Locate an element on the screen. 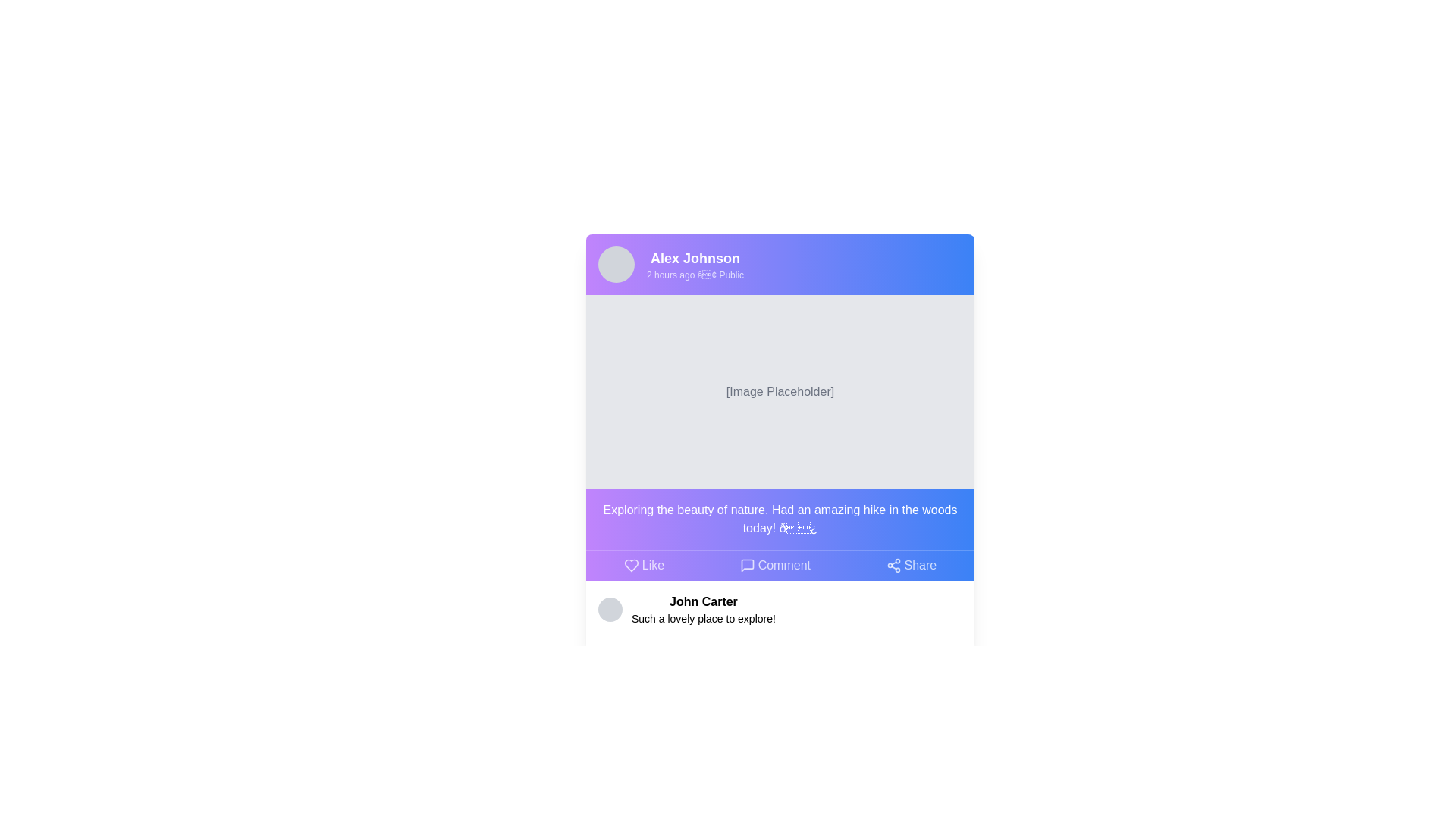  the speech bubble icon located to the left of the 'Comment' text is located at coordinates (747, 565).